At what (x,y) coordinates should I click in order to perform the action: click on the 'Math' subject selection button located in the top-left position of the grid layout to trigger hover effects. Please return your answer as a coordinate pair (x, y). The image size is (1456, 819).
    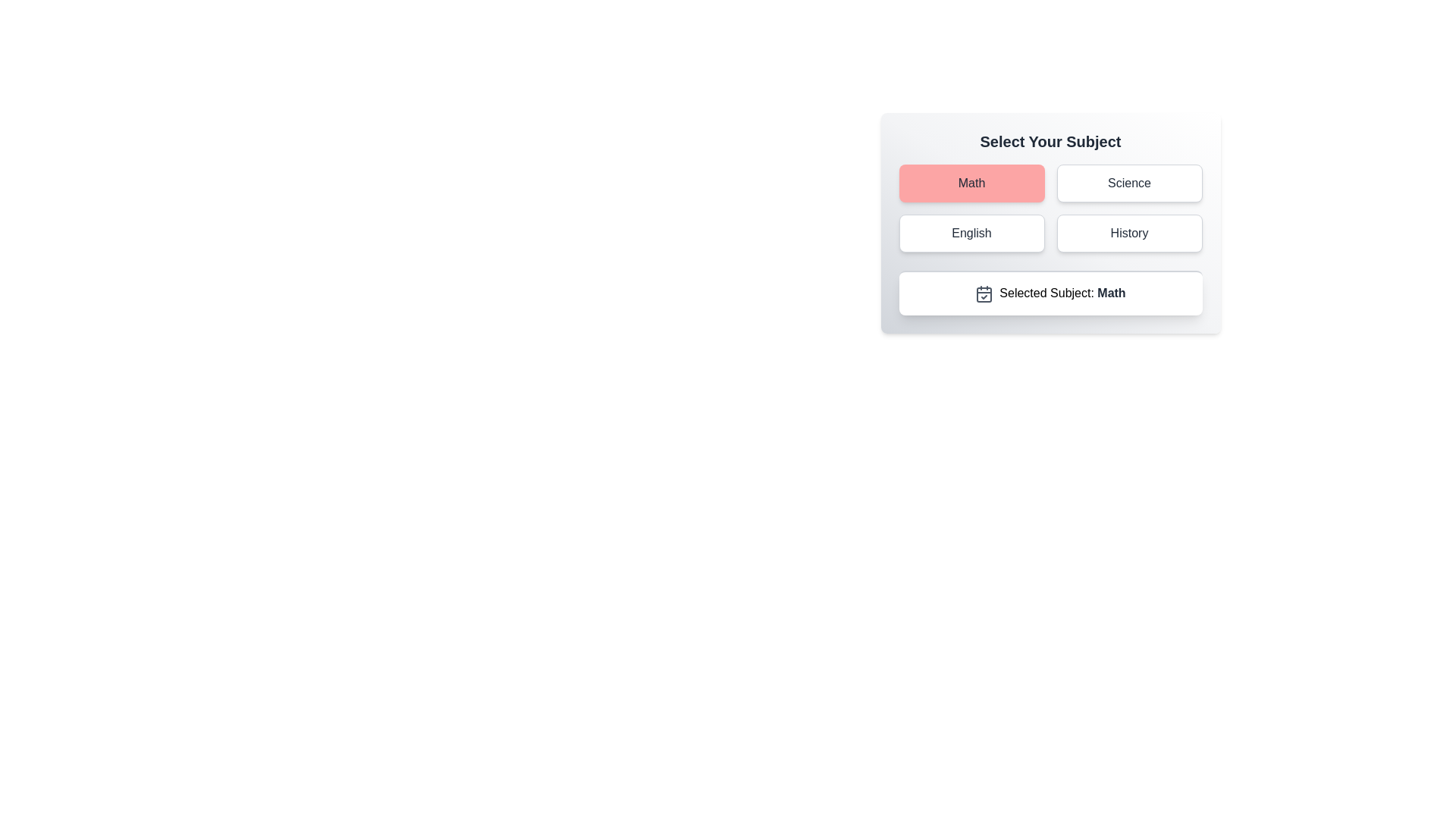
    Looking at the image, I should click on (971, 183).